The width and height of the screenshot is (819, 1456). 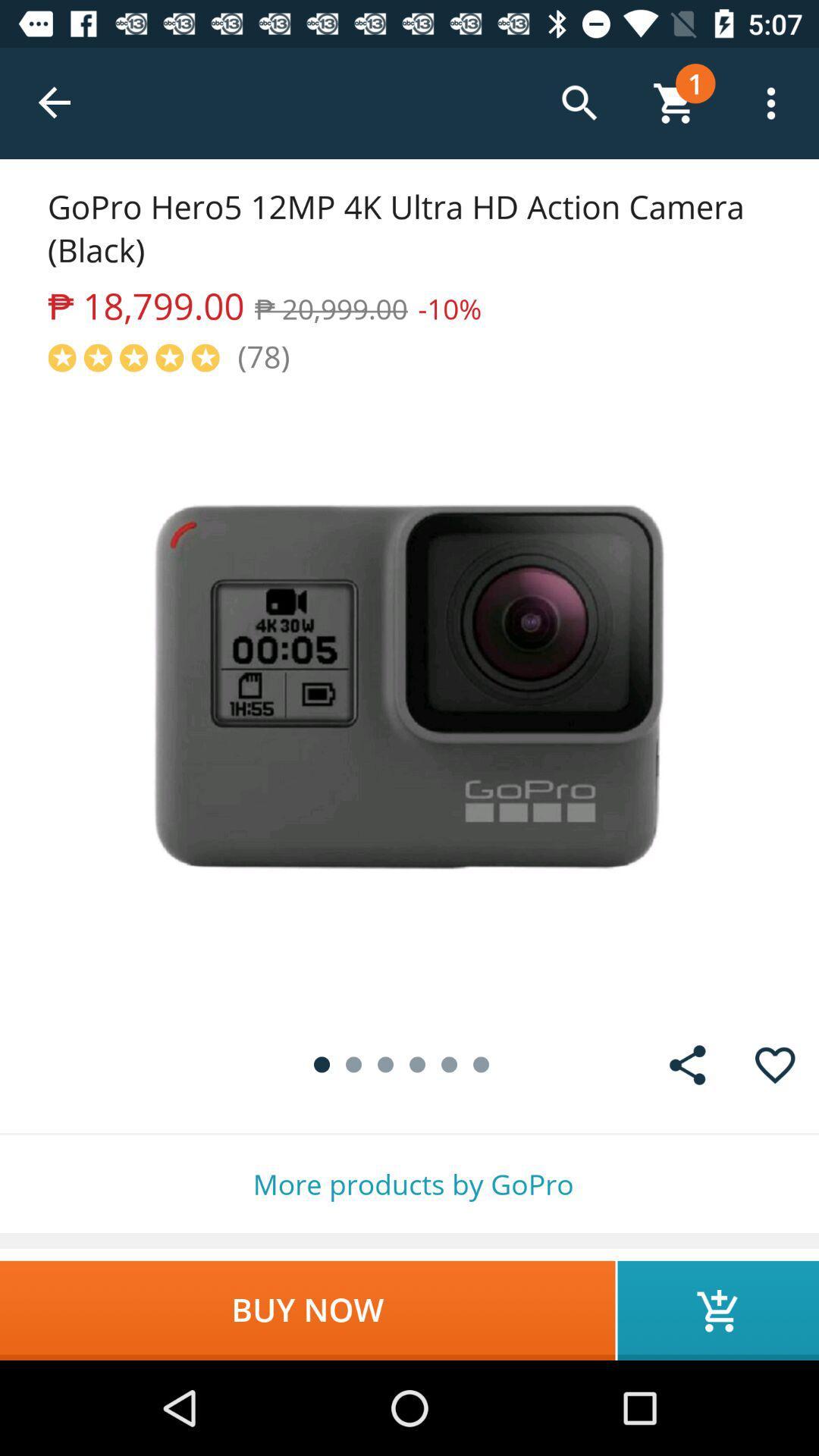 What do you see at coordinates (687, 1064) in the screenshot?
I see `the share icon` at bounding box center [687, 1064].